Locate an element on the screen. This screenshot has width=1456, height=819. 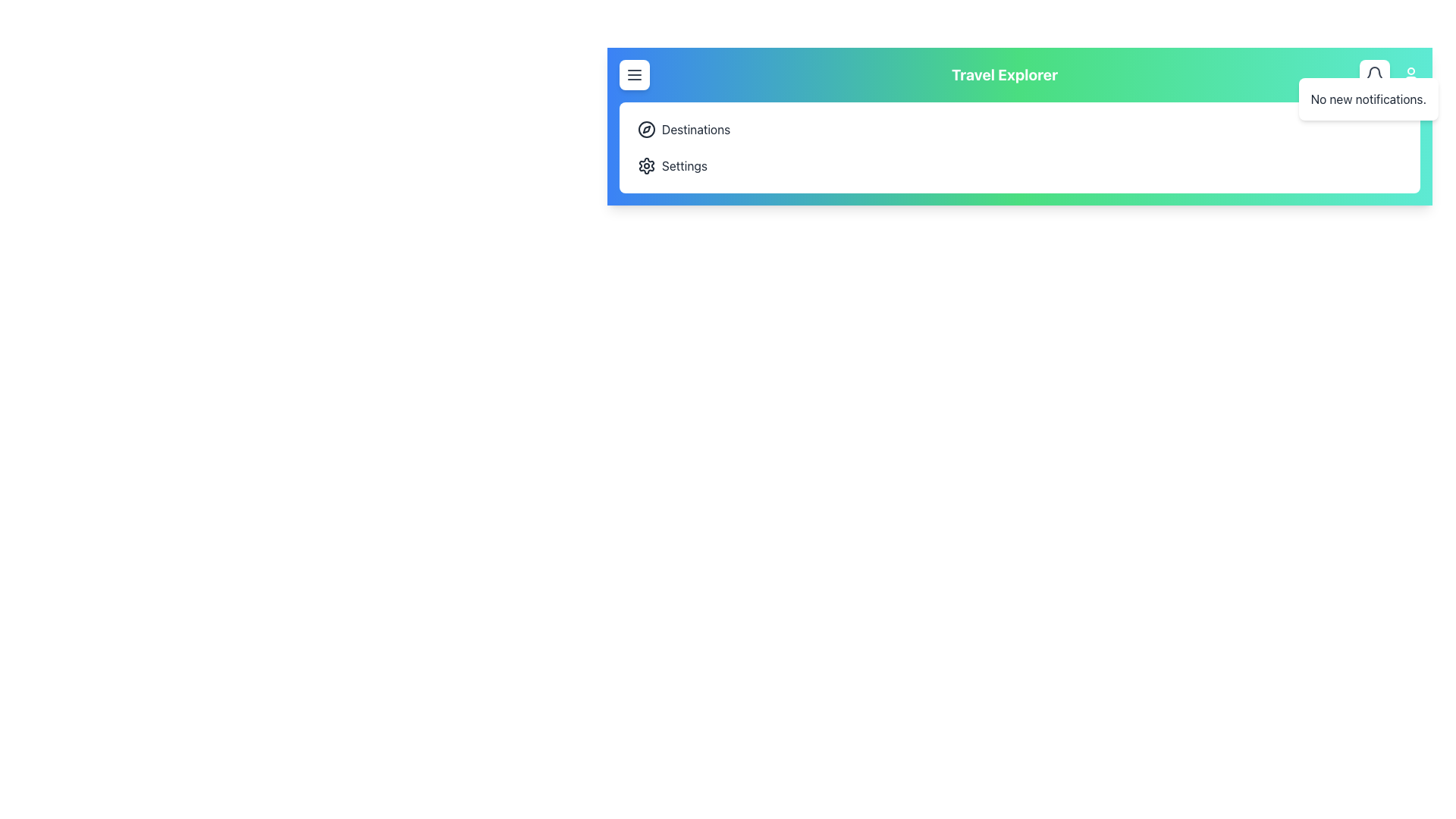
the settings icon located to the left of the 'Settings' label in the vertical menu is located at coordinates (647, 166).